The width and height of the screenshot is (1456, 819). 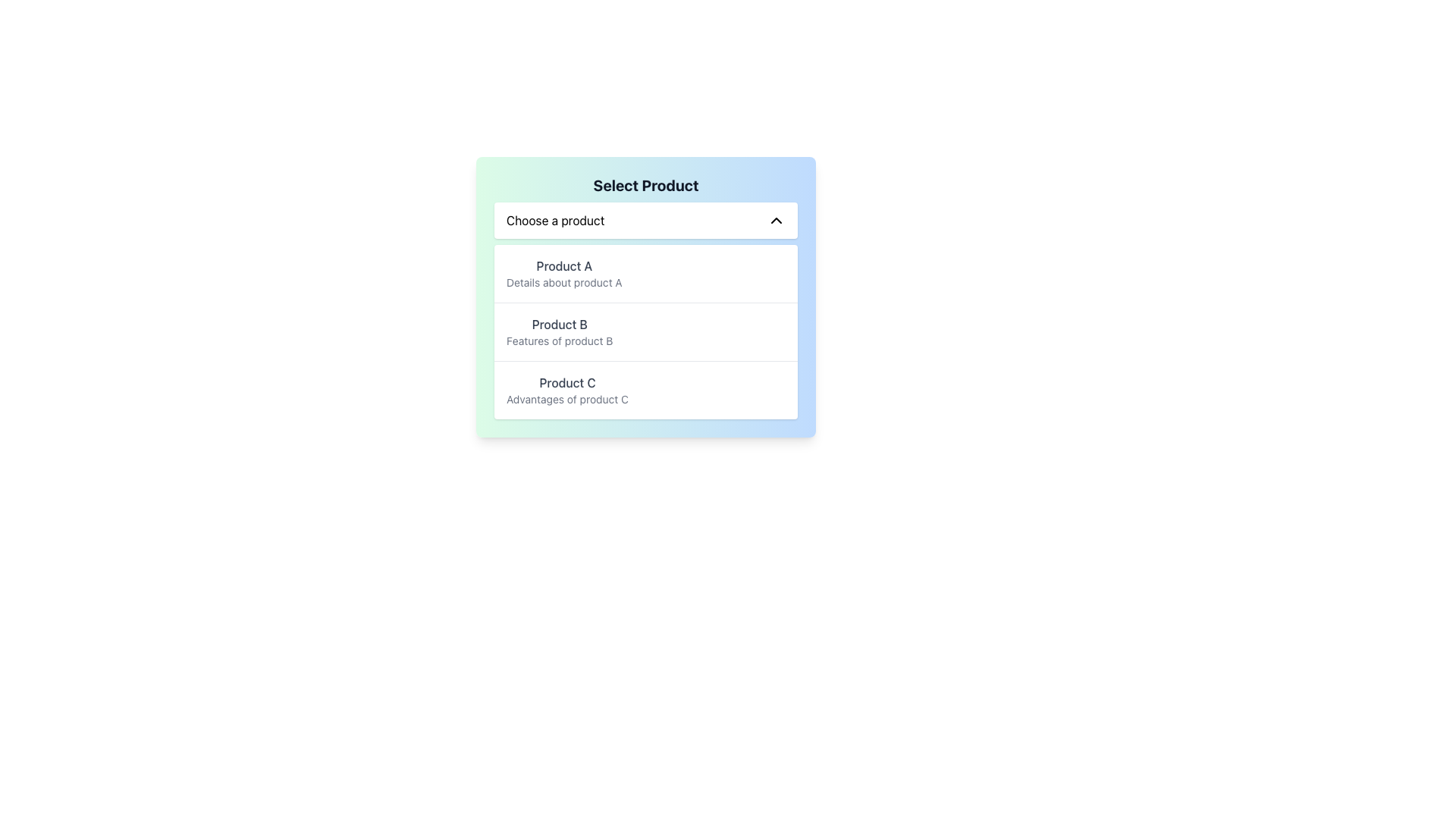 I want to click on the second selectable list item representing 'Product B' within the vertical list of options, so click(x=645, y=331).